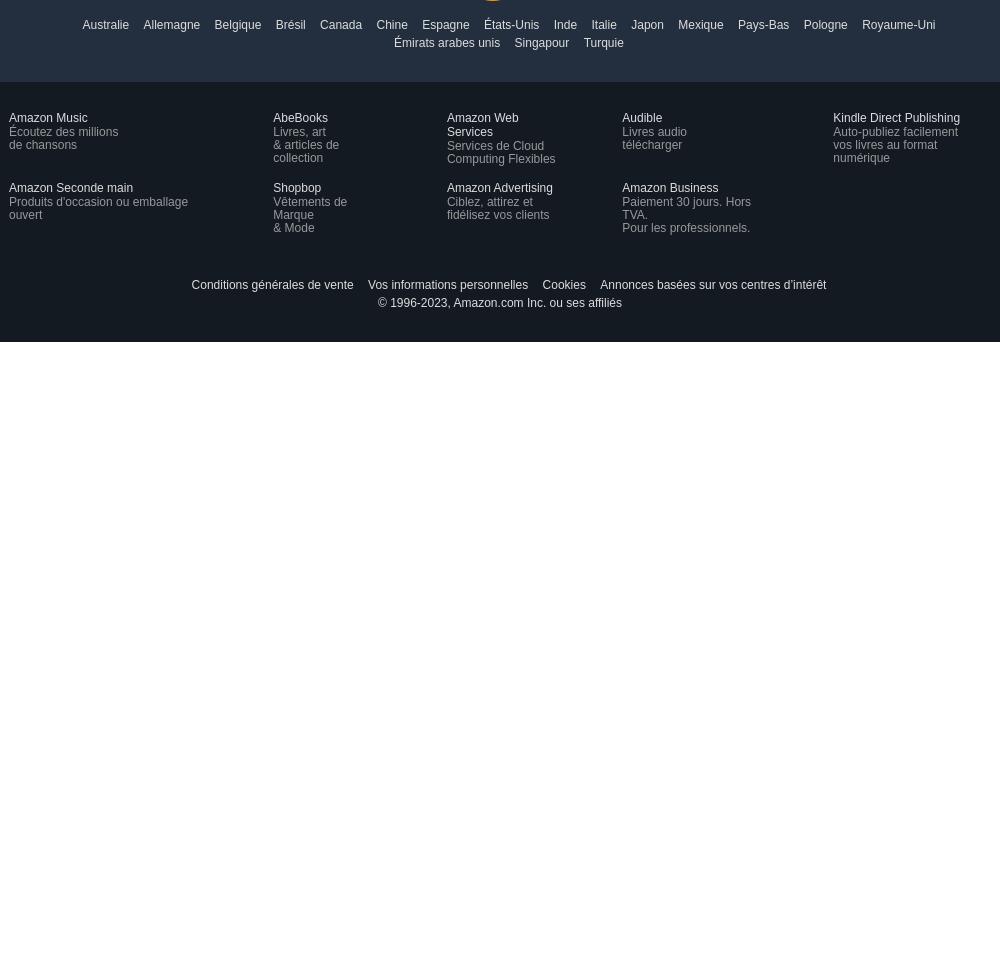  I want to click on 'Livres audio', so click(654, 129).